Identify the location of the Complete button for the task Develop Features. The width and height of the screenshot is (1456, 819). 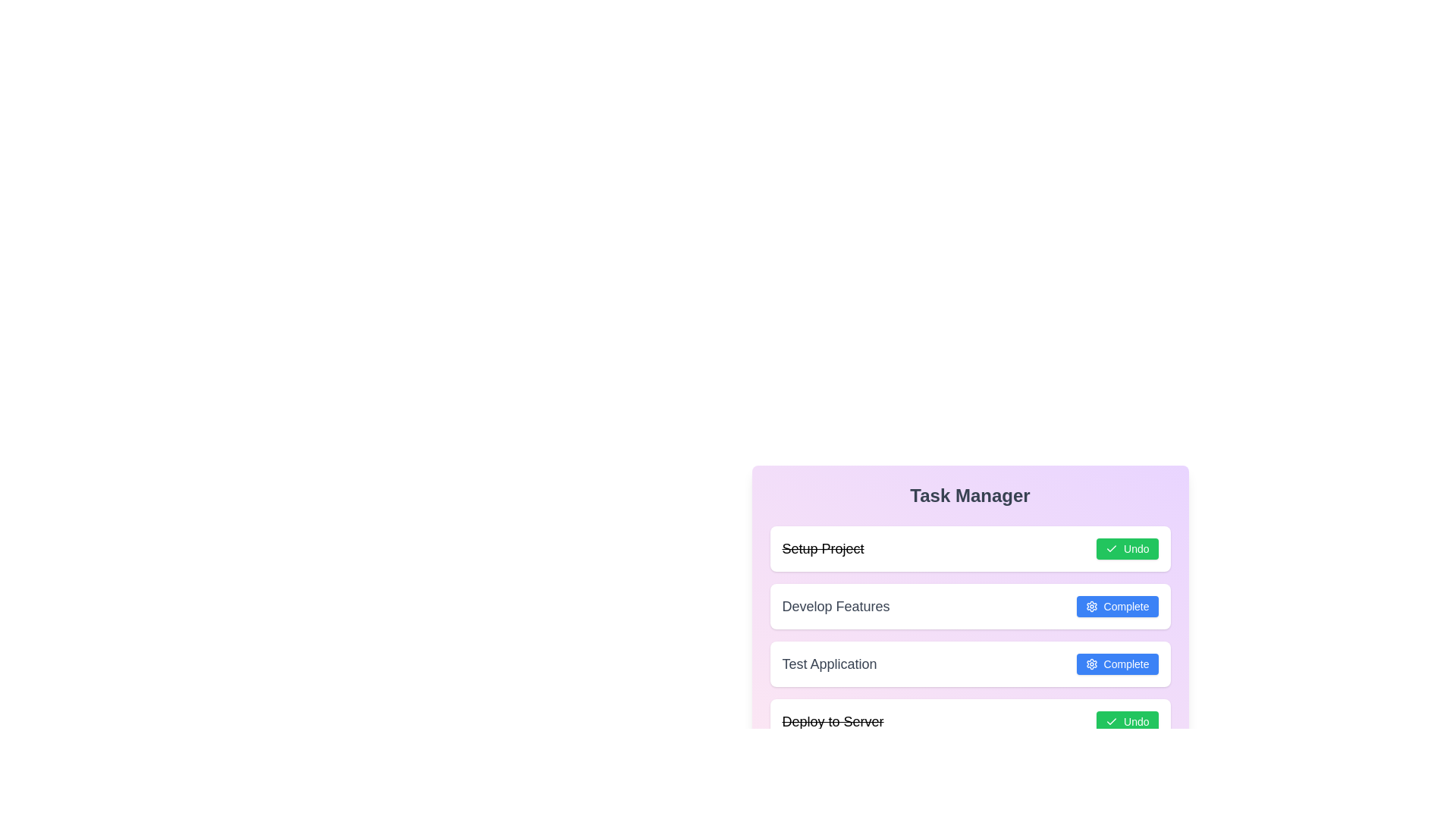
(1117, 605).